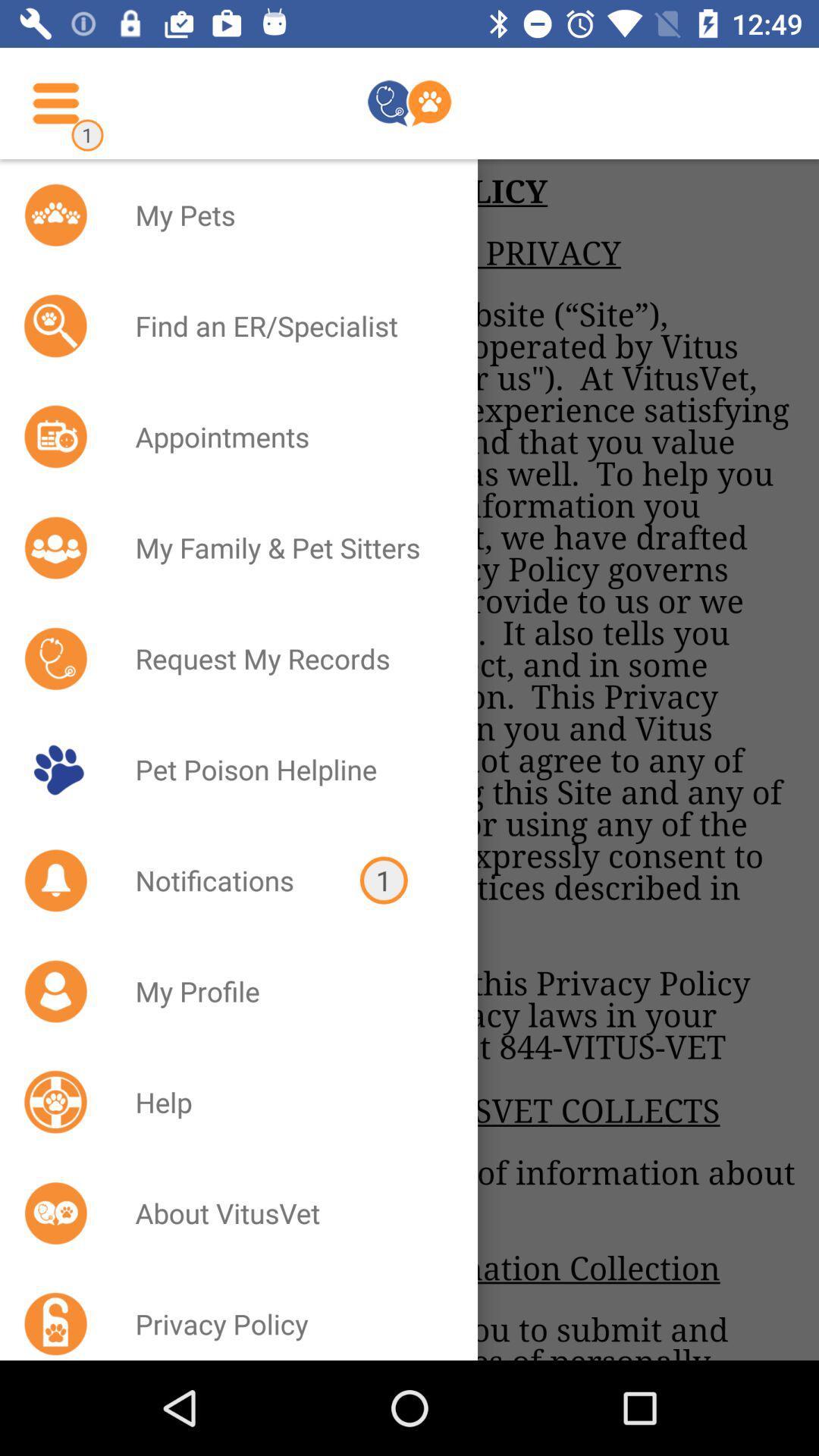 The width and height of the screenshot is (819, 1456). I want to click on item above the my profile item, so click(383, 880).